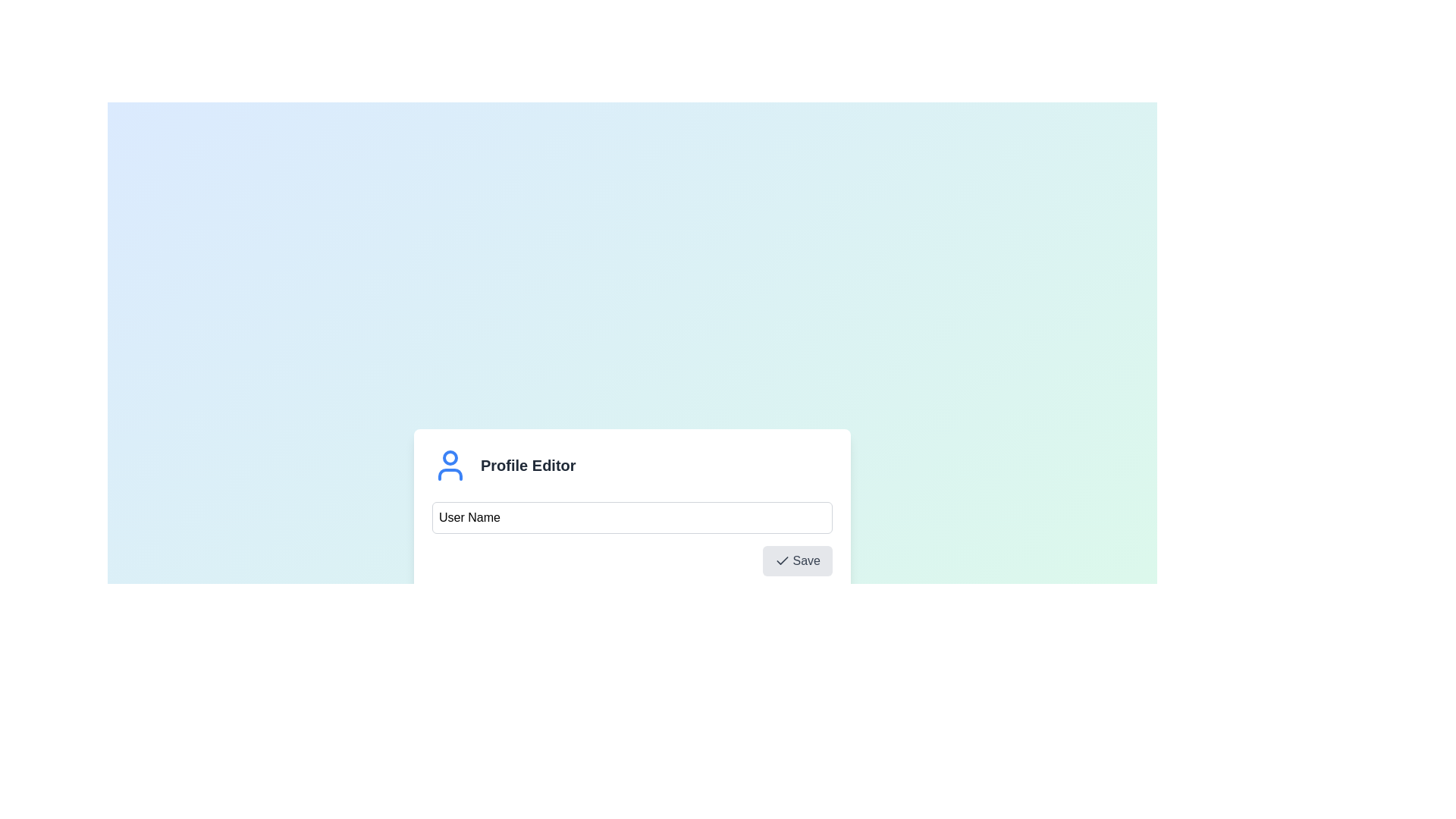 The image size is (1456, 819). I want to click on the 'Save' text label within the button that has a checkmark icon, displayed in bold, dark gray font on a light gray background, so click(805, 561).